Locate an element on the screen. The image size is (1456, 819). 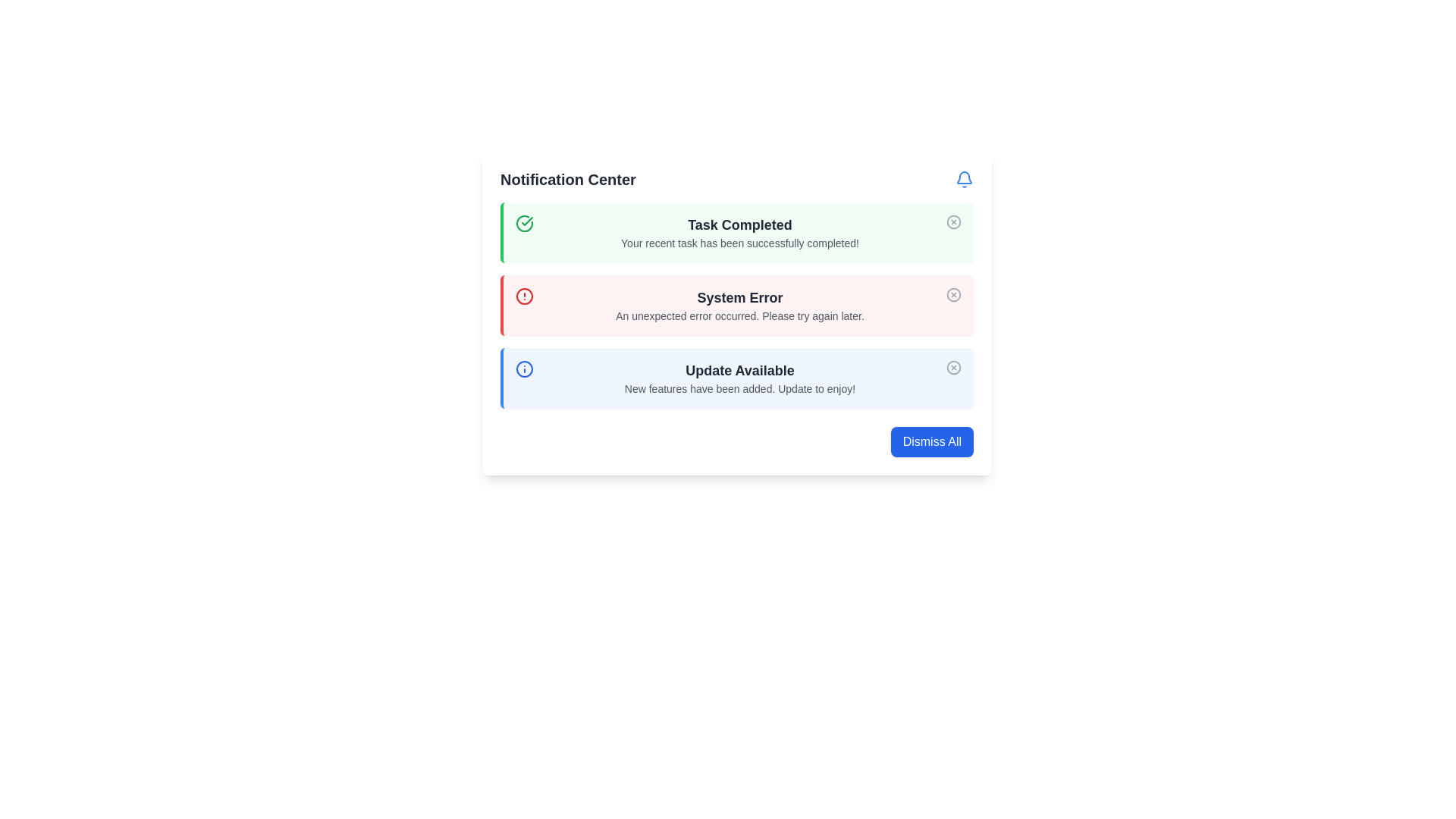
displayed information from the Notification box indicating an error, which is positioned second in the stacked list of notifications is located at coordinates (736, 305).